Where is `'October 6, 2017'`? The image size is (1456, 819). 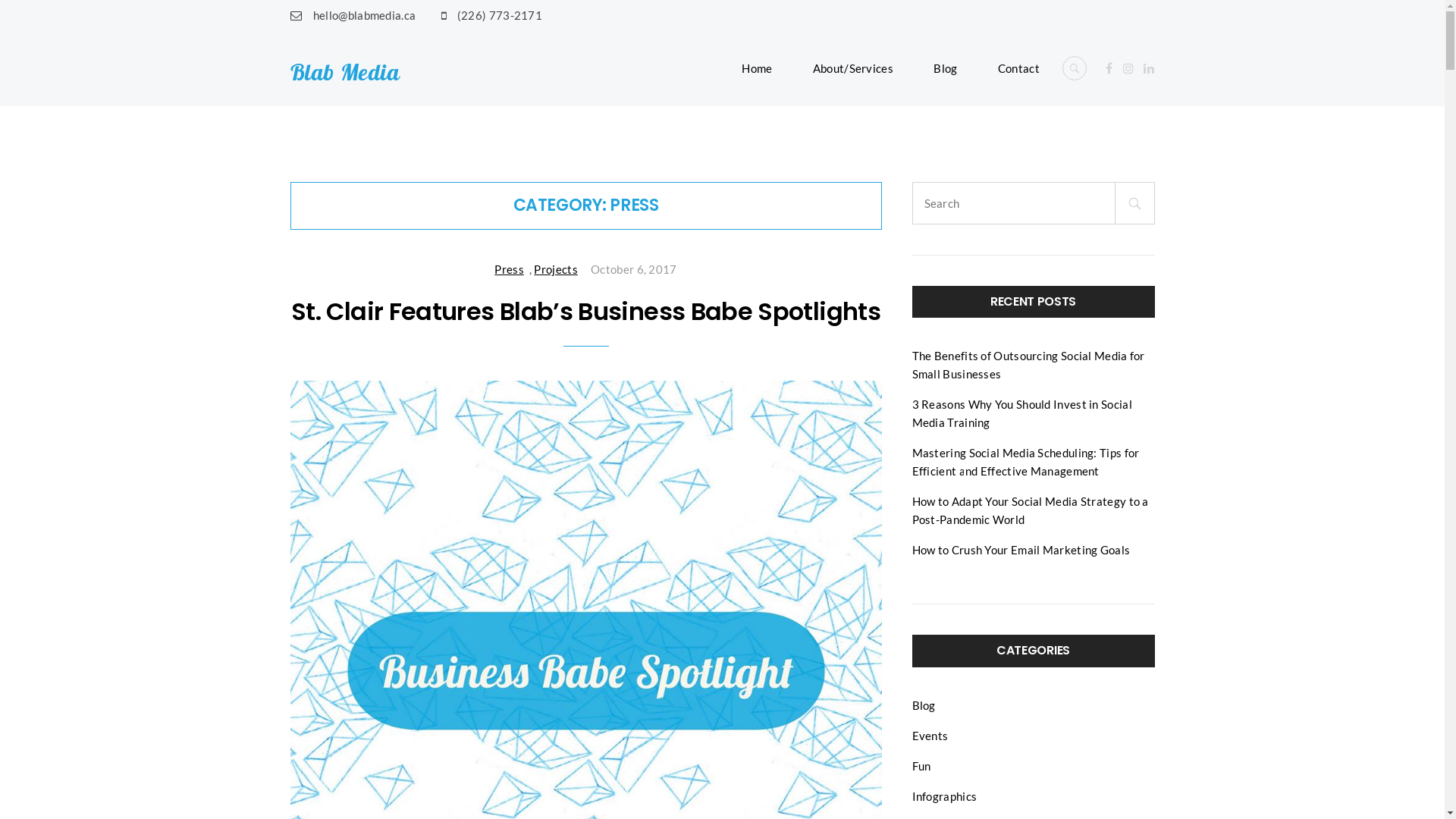 'October 6, 2017' is located at coordinates (585, 268).